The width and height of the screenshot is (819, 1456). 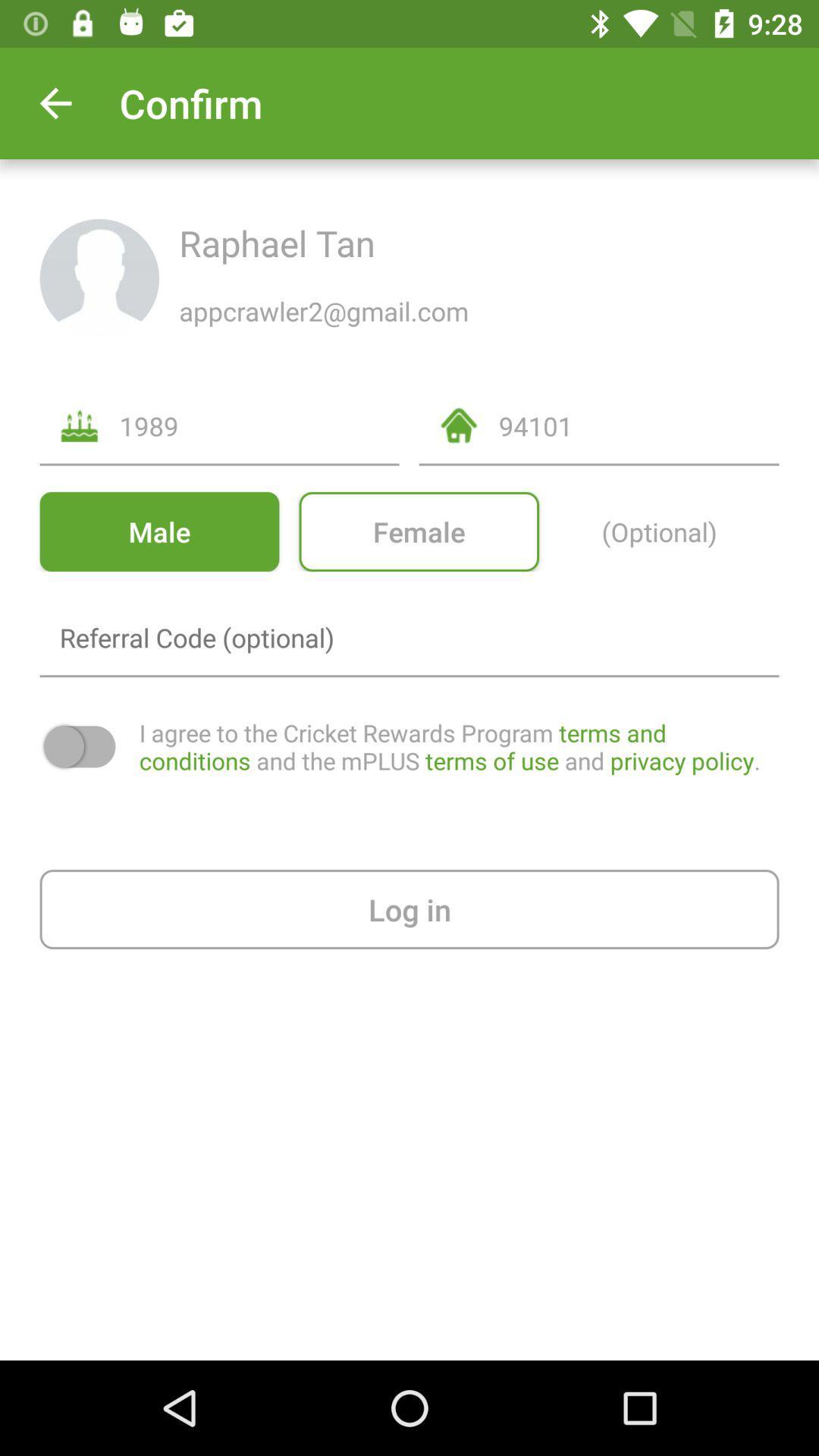 What do you see at coordinates (159, 532) in the screenshot?
I see `the item to the left of the female icon` at bounding box center [159, 532].